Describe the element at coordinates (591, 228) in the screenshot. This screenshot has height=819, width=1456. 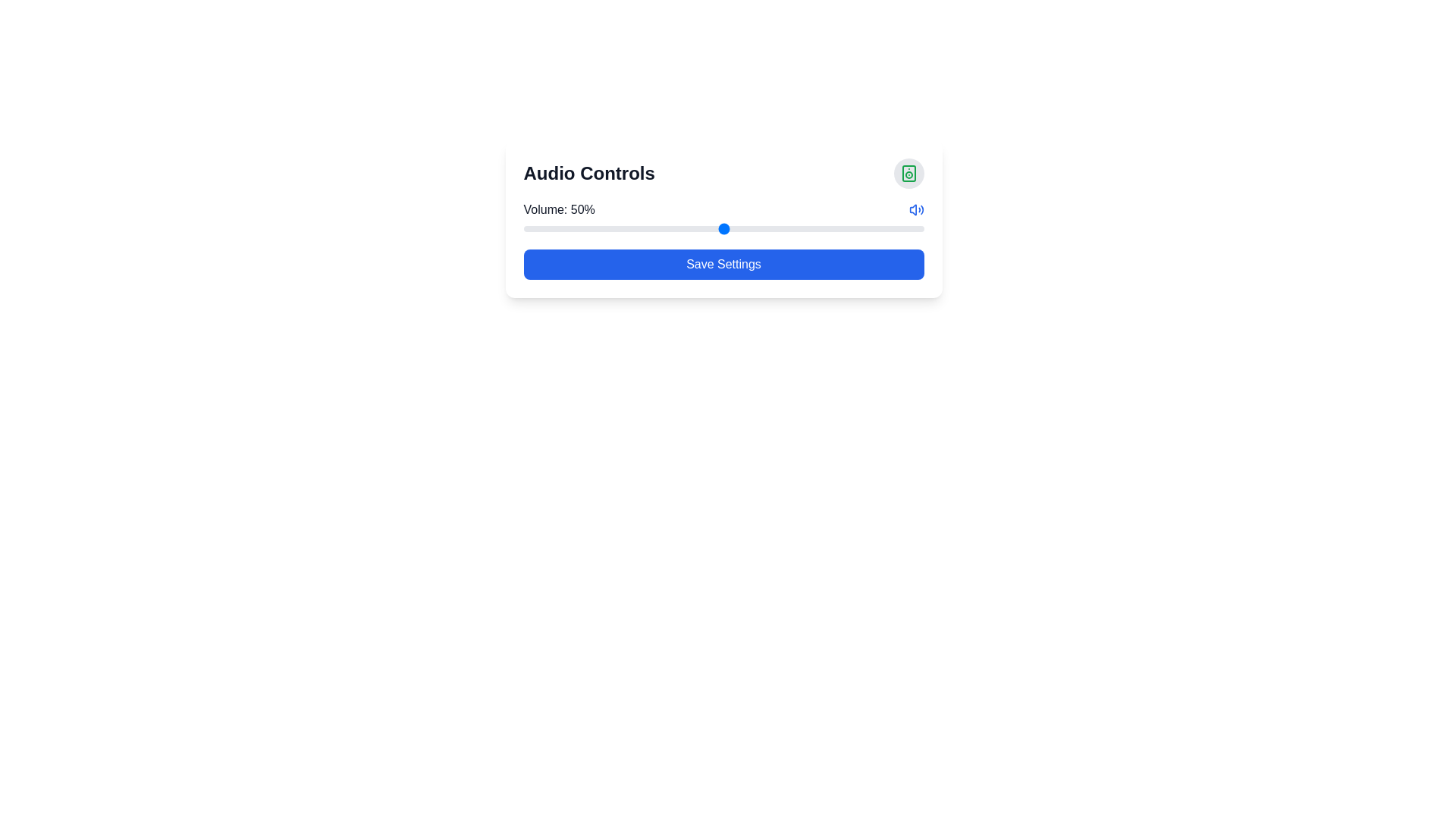
I see `the volume` at that location.